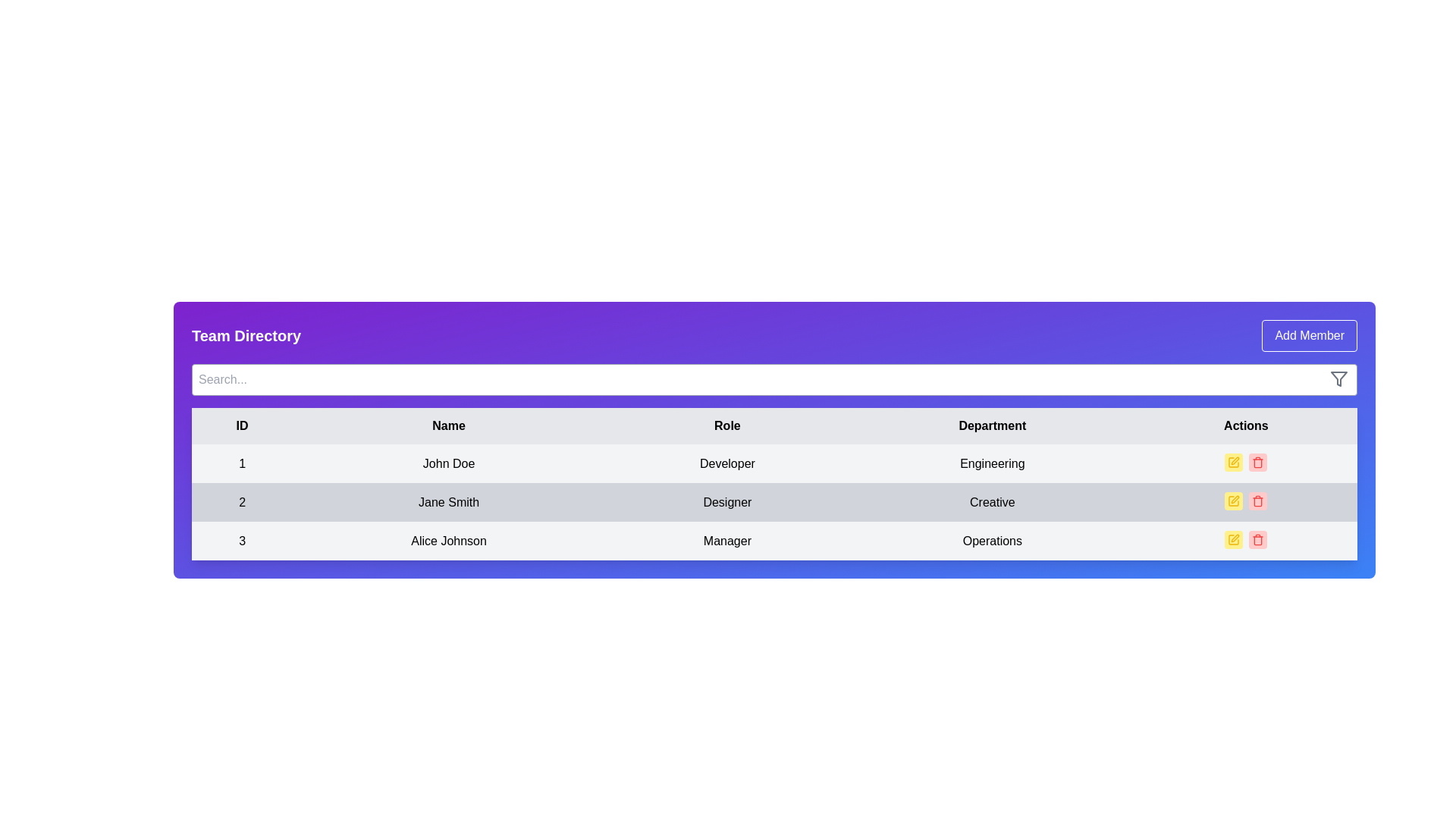 The width and height of the screenshot is (1456, 819). Describe the element at coordinates (1258, 500) in the screenshot. I see `the trash icon button in the actions column of the second row of the table, which is styled in red and resembles a trash can` at that location.